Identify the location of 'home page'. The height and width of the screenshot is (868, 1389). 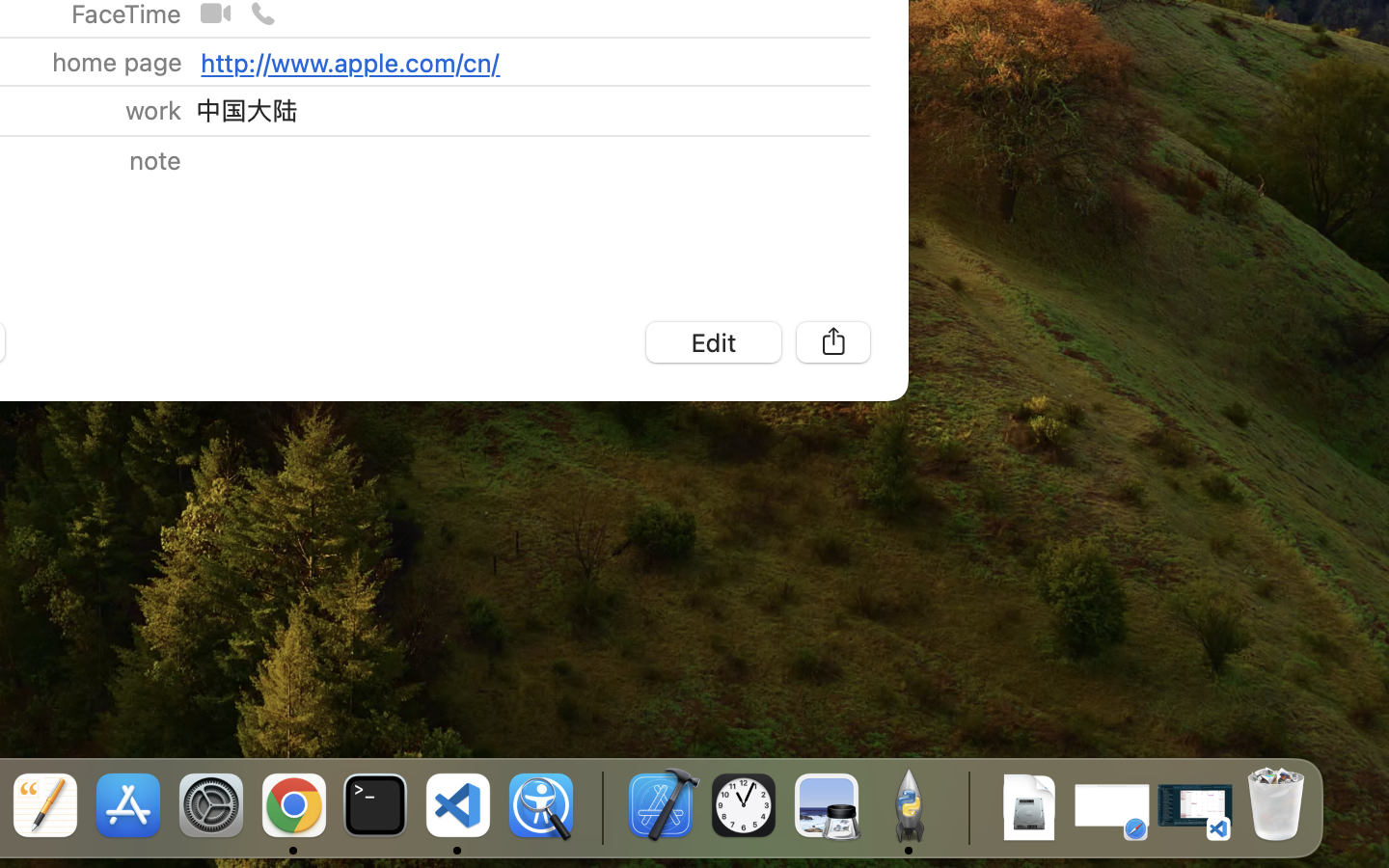
(116, 60).